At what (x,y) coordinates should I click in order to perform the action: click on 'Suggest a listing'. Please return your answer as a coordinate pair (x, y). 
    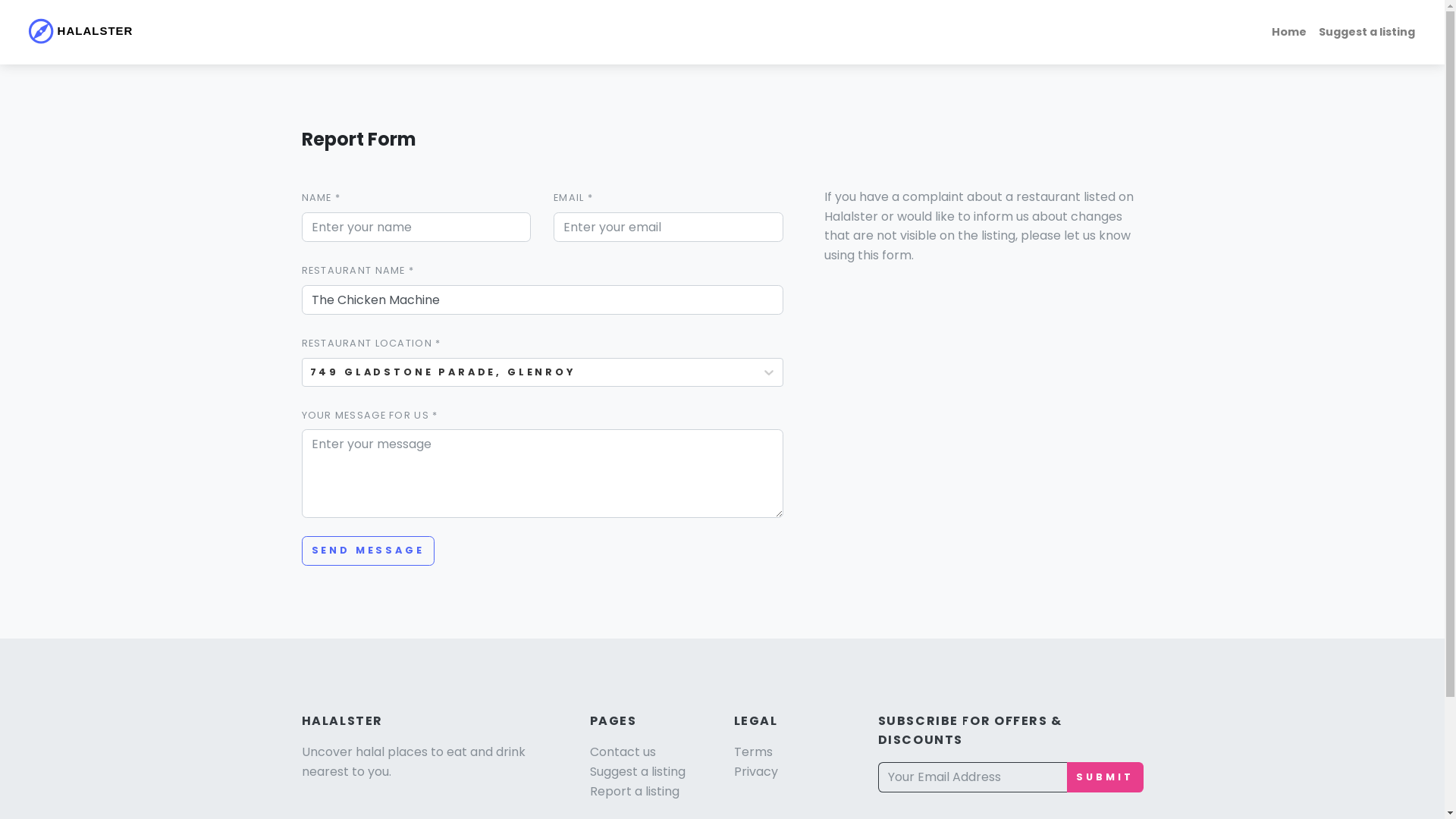
    Looking at the image, I should click on (1312, 32).